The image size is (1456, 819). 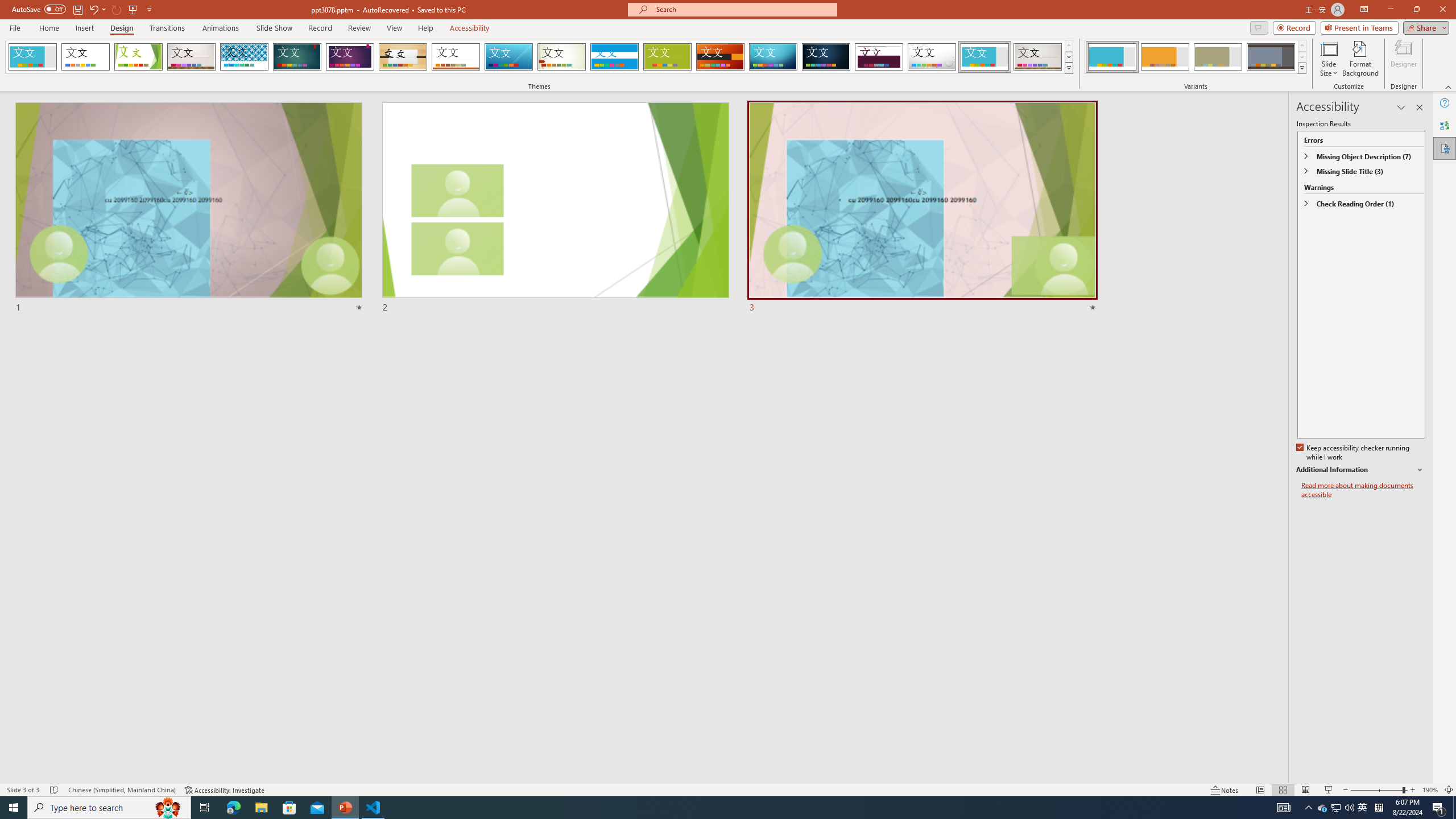 What do you see at coordinates (985, 56) in the screenshot?
I see `'Frame'` at bounding box center [985, 56].